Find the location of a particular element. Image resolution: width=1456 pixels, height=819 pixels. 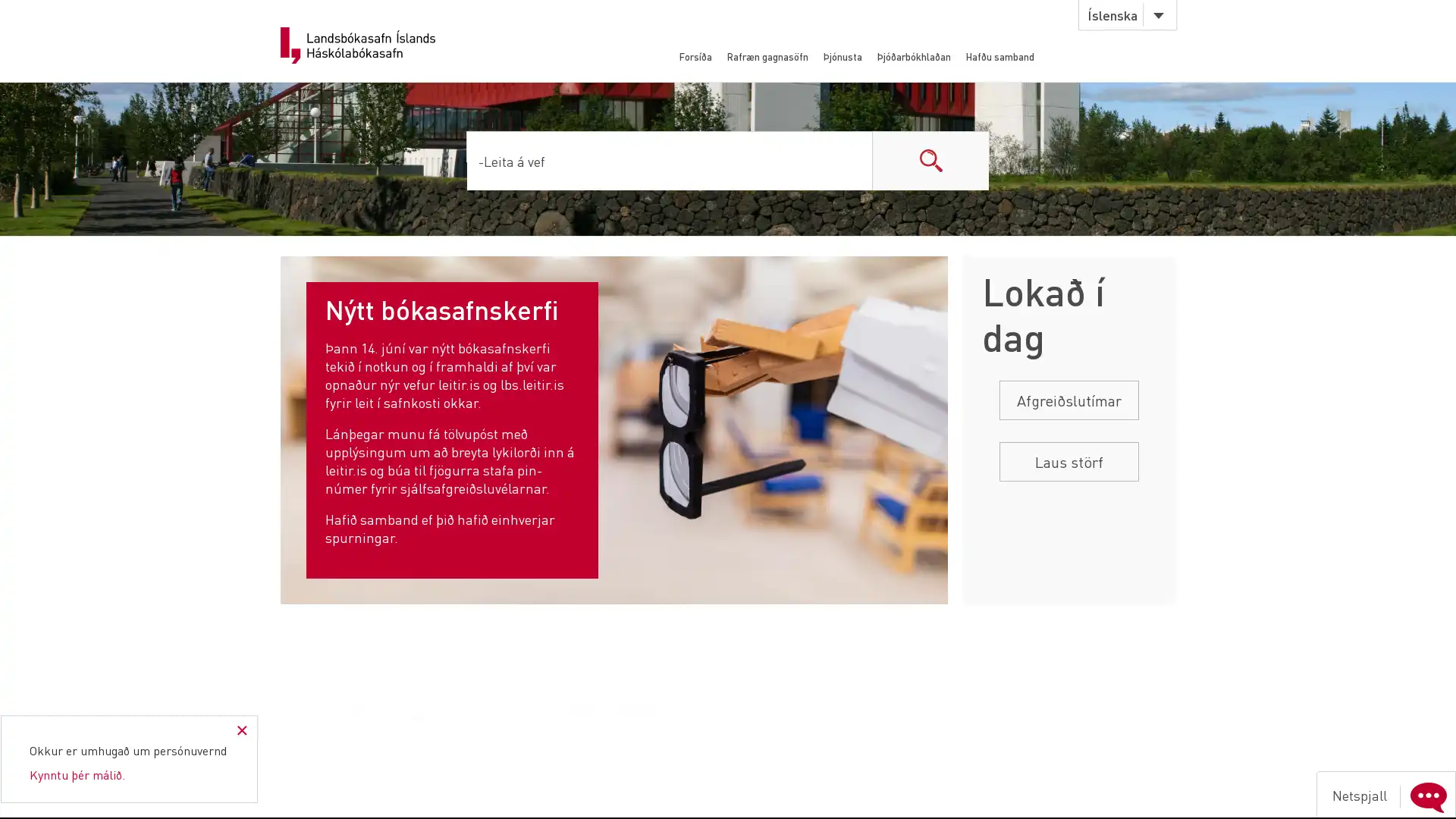

leita is located at coordinates (930, 160).